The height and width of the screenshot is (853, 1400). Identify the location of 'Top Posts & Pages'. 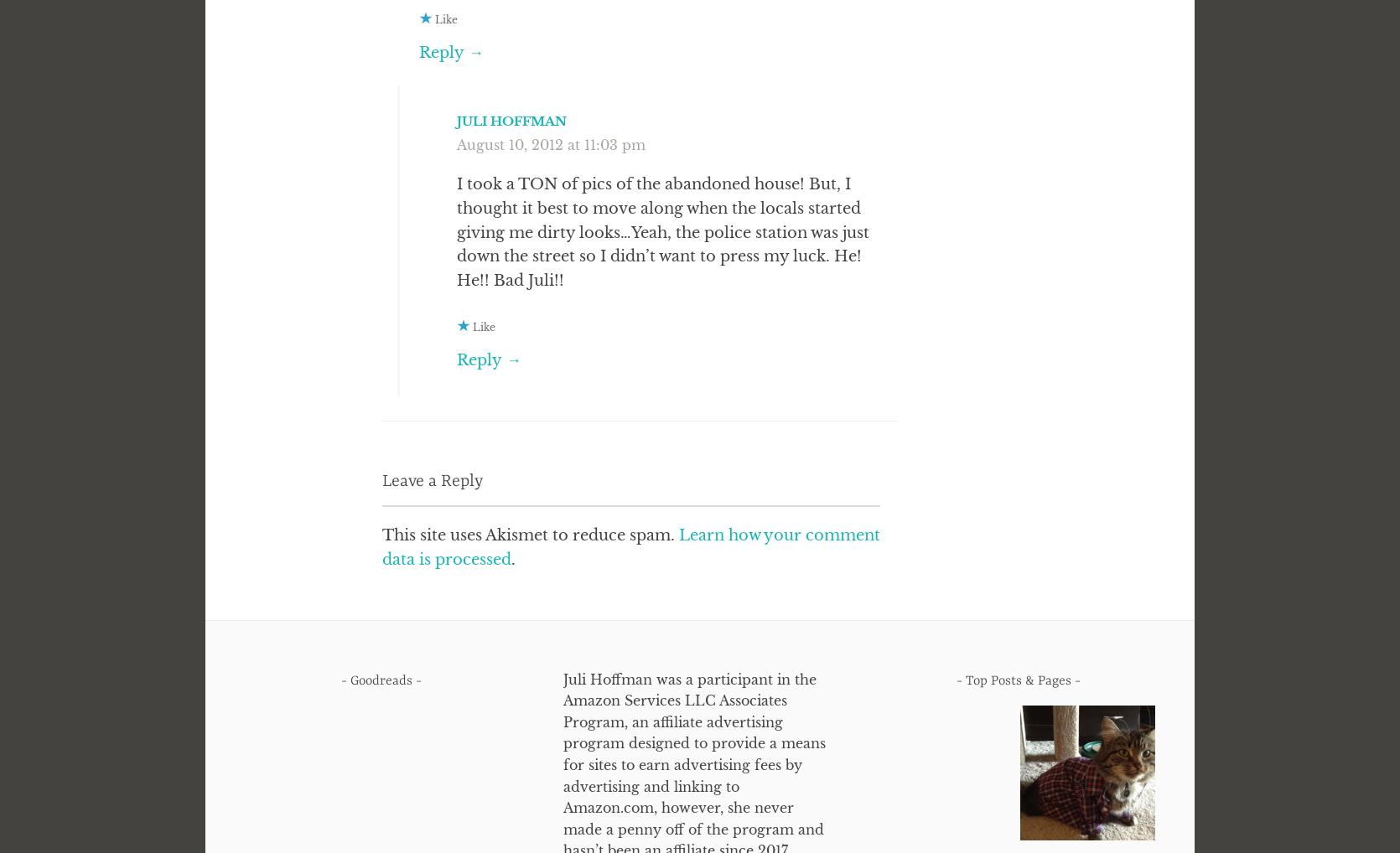
(1017, 680).